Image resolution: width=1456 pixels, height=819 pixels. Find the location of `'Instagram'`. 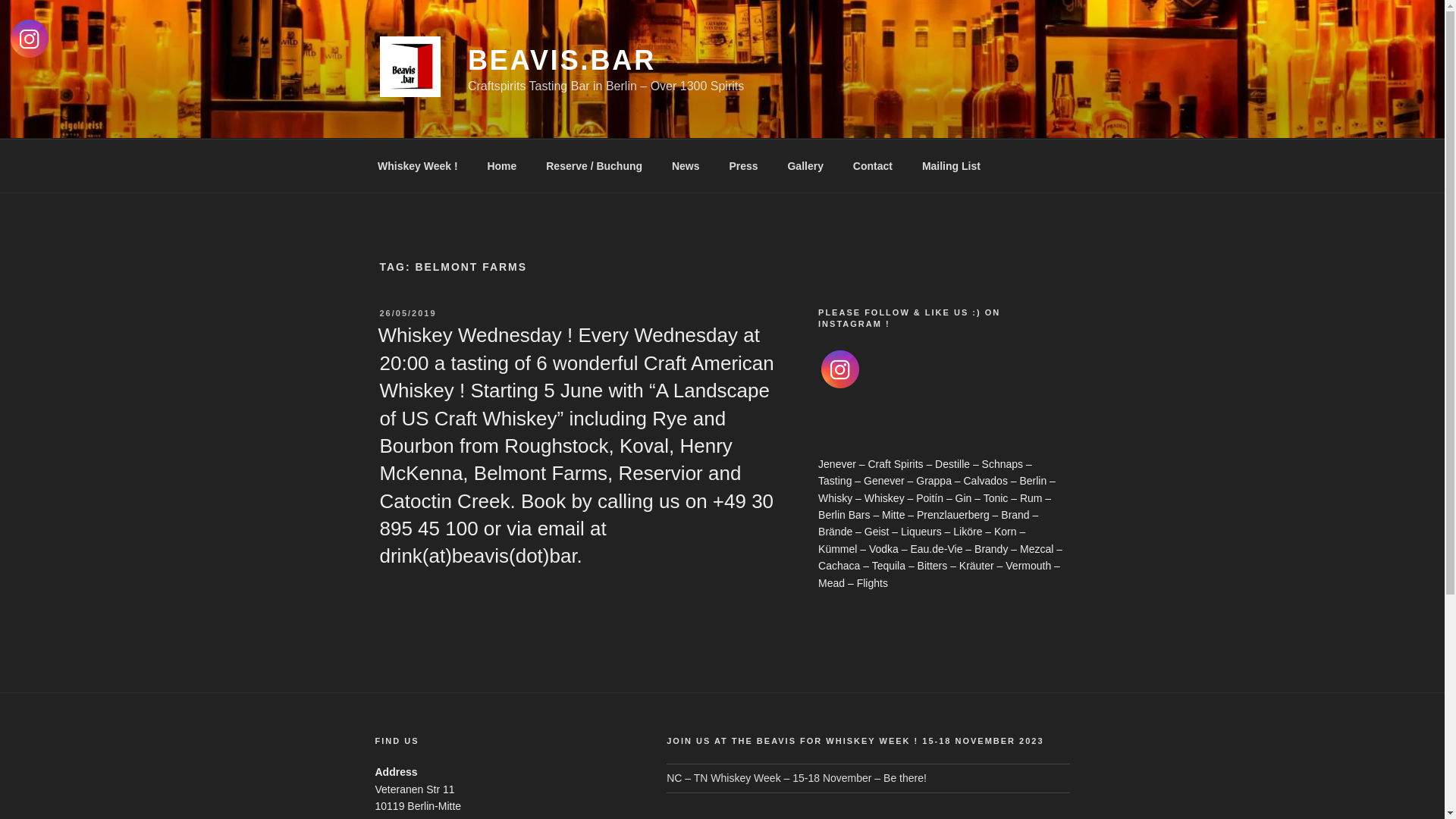

'Instagram' is located at coordinates (839, 369).